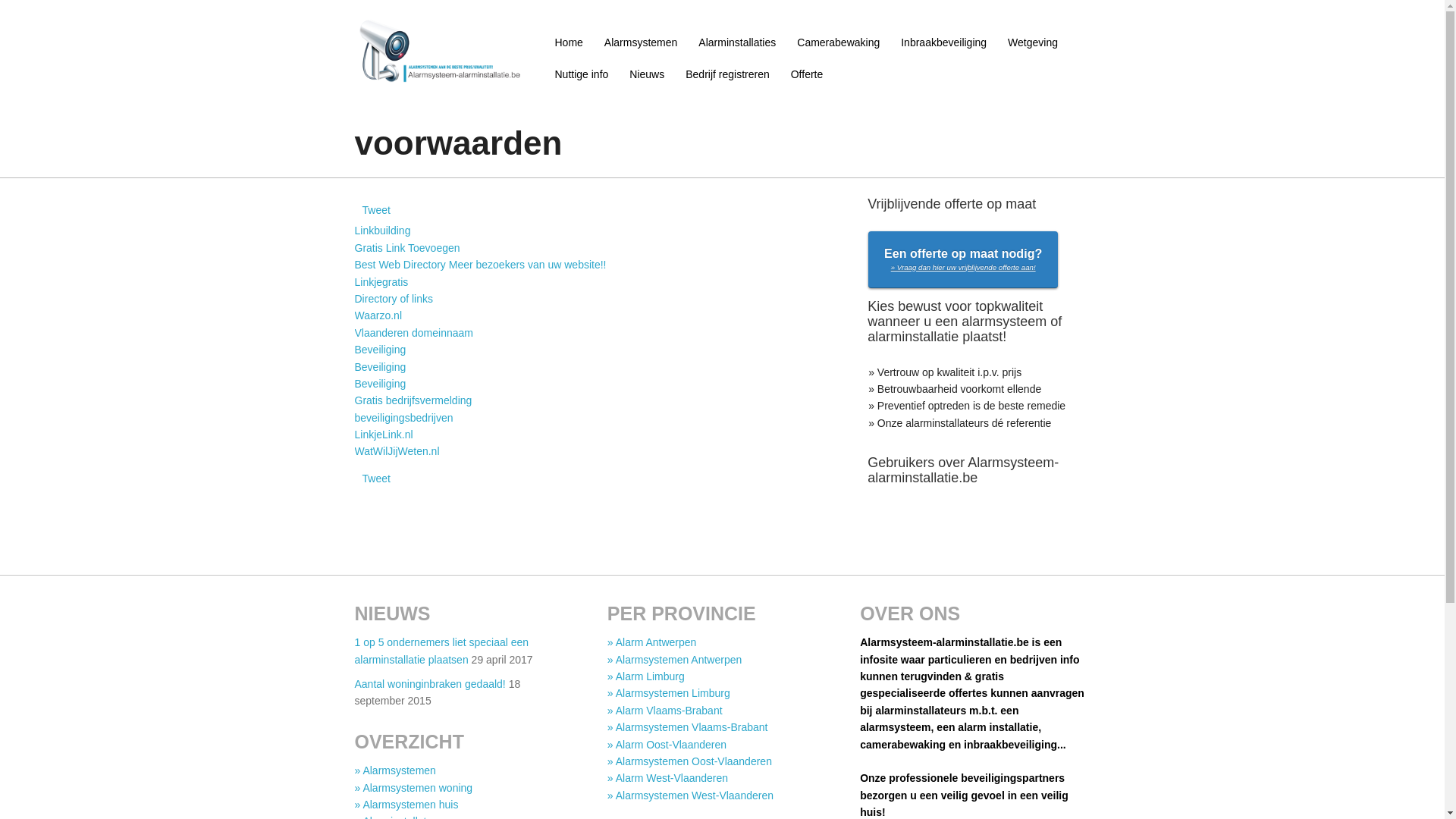 The height and width of the screenshot is (819, 1456). What do you see at coordinates (353, 315) in the screenshot?
I see `'Waarzo.nl'` at bounding box center [353, 315].